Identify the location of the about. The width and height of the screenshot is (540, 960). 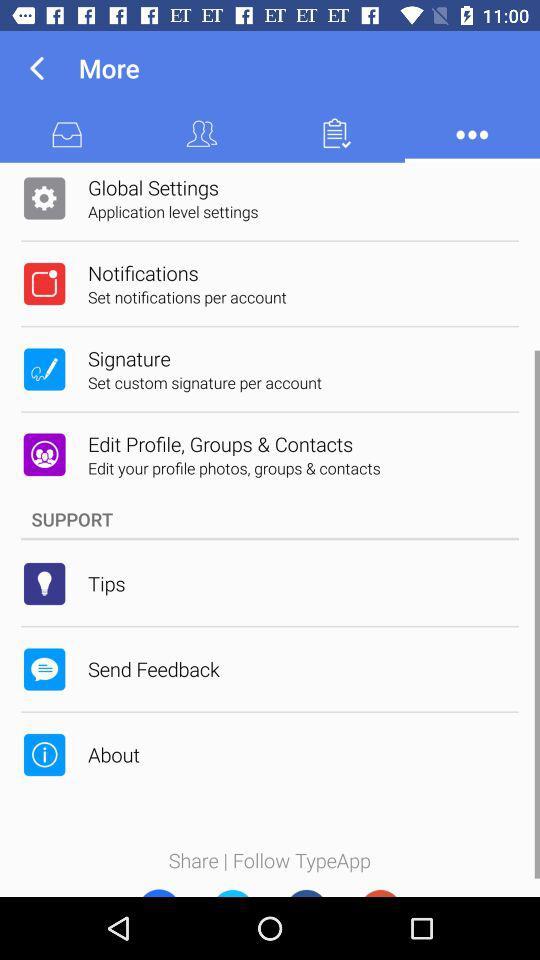
(113, 753).